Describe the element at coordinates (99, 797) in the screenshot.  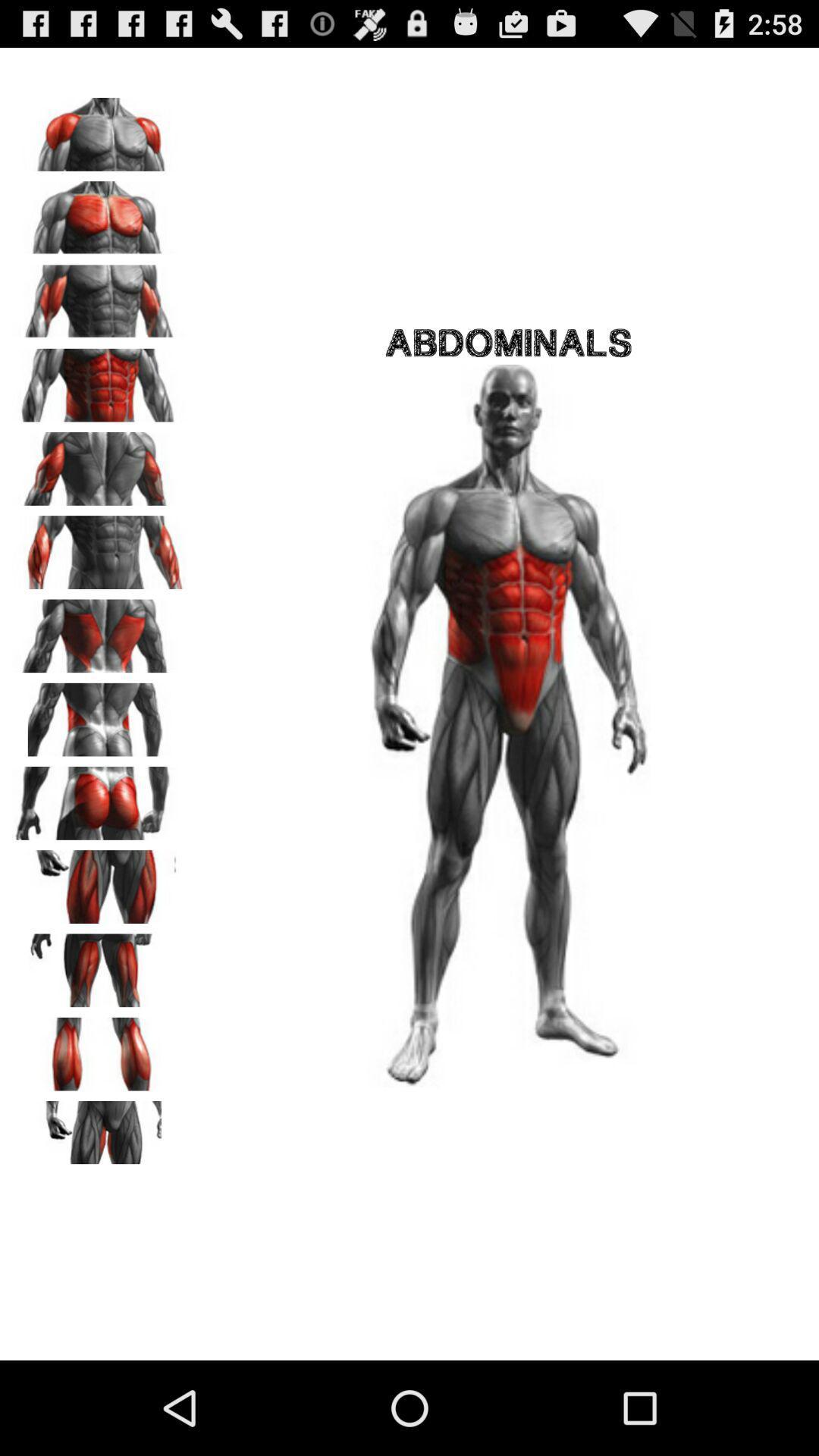
I see `posterior view` at that location.